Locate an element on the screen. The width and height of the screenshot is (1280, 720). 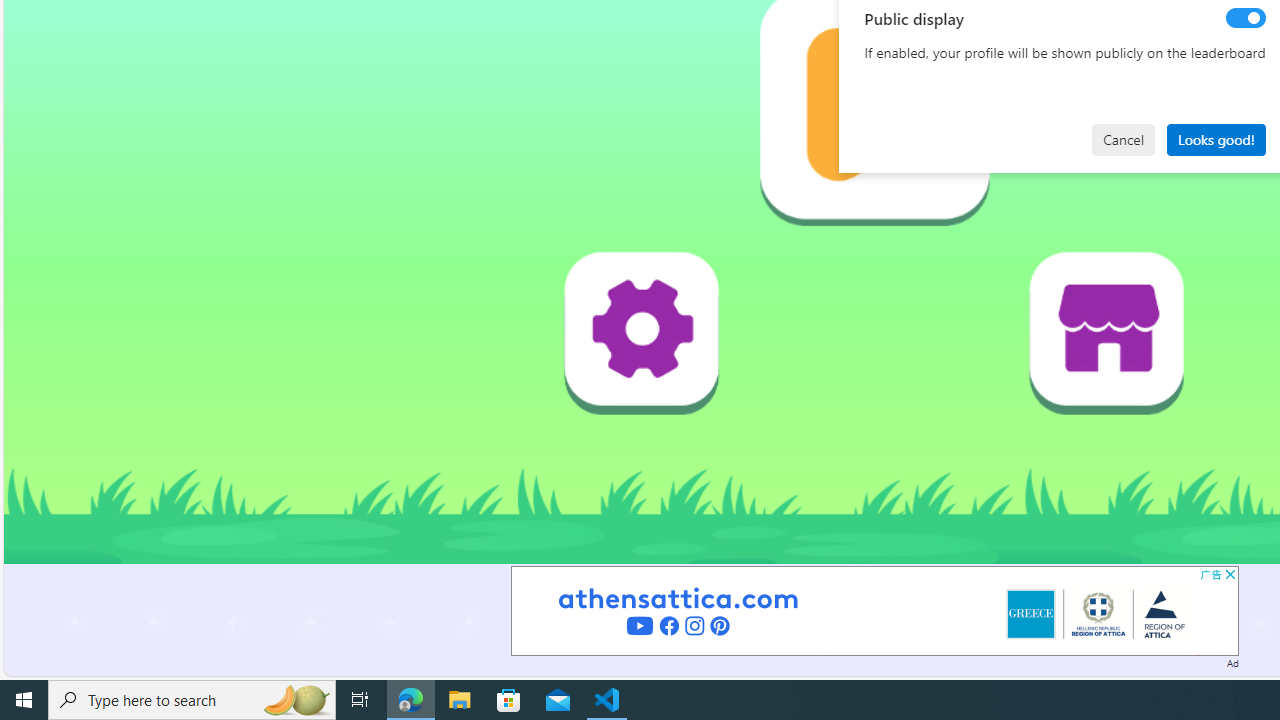
'Cancel' is located at coordinates (1123, 138).